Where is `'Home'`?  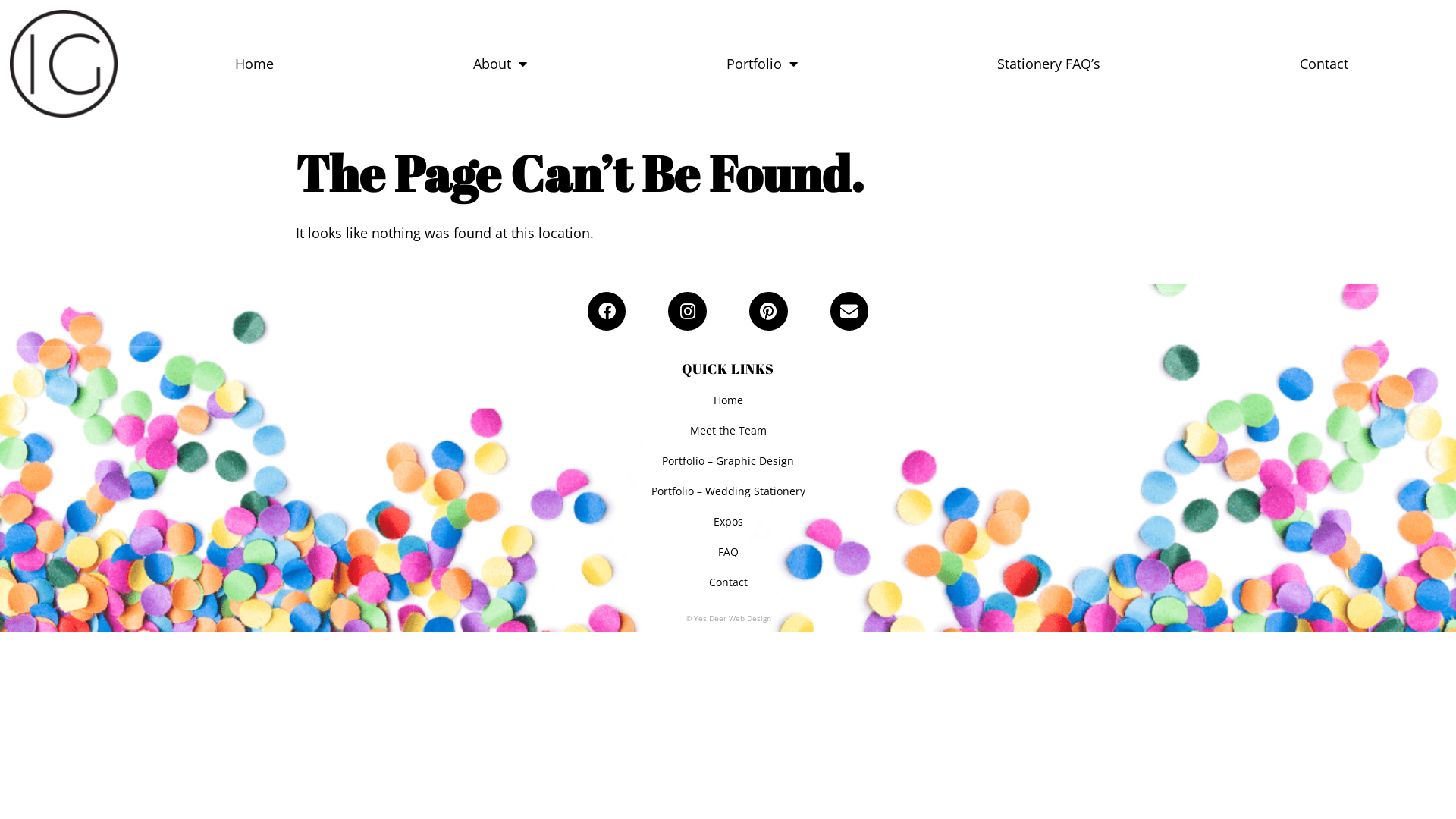 'Home' is located at coordinates (7, 400).